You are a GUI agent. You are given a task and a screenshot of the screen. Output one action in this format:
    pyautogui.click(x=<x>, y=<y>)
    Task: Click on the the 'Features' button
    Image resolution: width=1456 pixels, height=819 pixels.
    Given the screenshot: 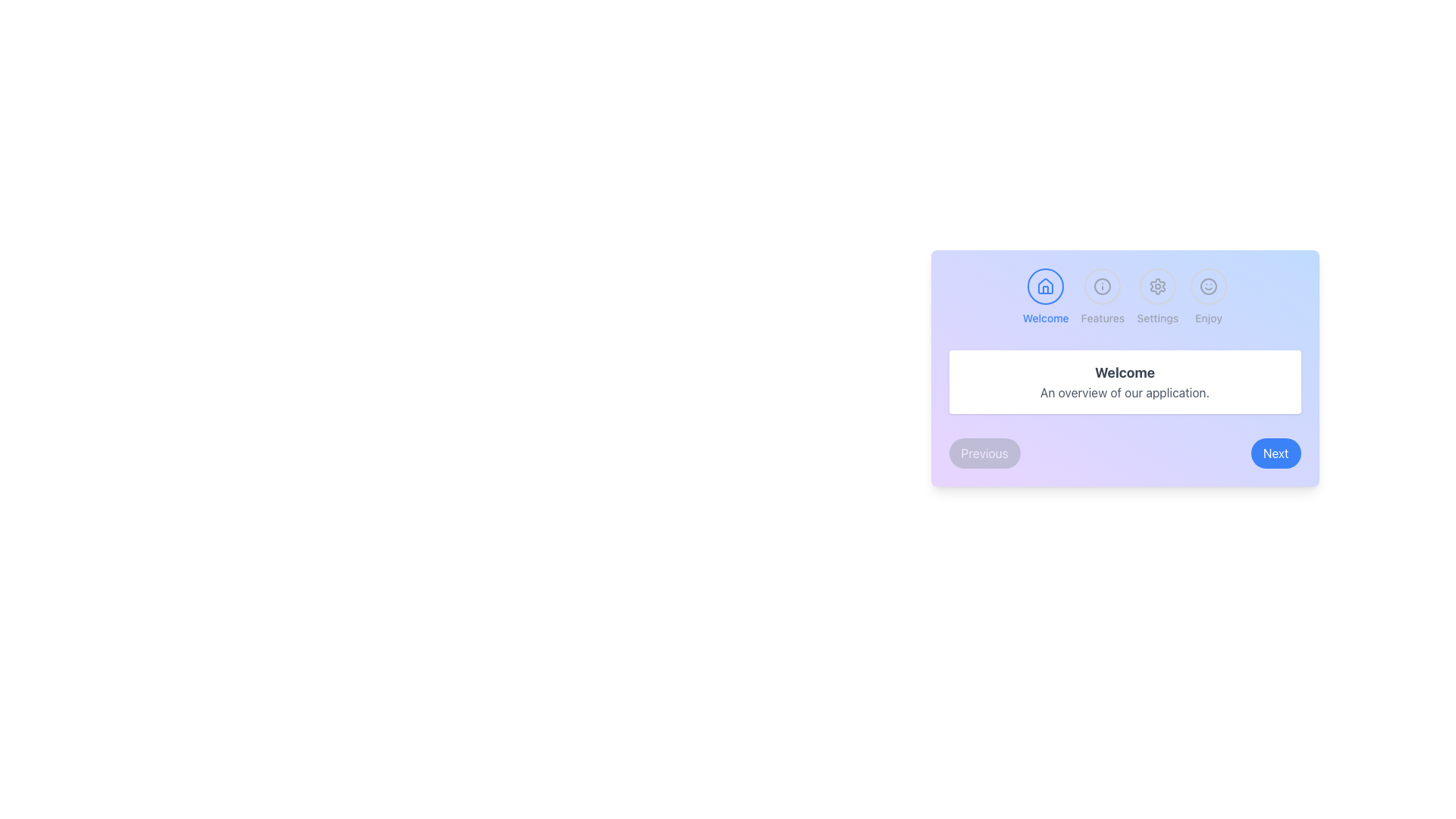 What is the action you would take?
    pyautogui.click(x=1103, y=297)
    